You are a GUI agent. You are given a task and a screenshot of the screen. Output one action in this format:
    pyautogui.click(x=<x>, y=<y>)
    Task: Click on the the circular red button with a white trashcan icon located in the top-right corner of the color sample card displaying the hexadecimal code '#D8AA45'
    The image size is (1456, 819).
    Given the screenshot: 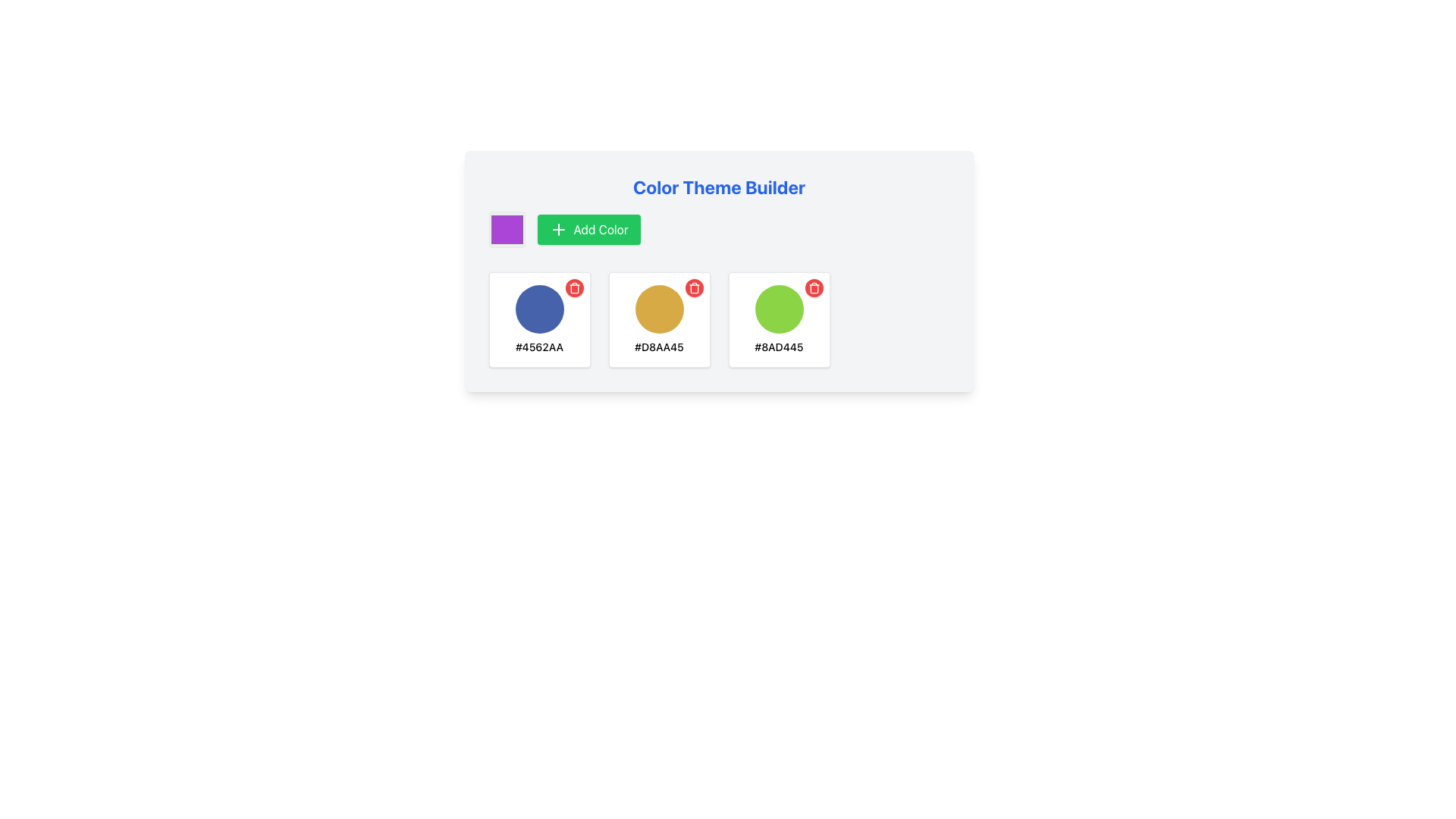 What is the action you would take?
    pyautogui.click(x=693, y=288)
    